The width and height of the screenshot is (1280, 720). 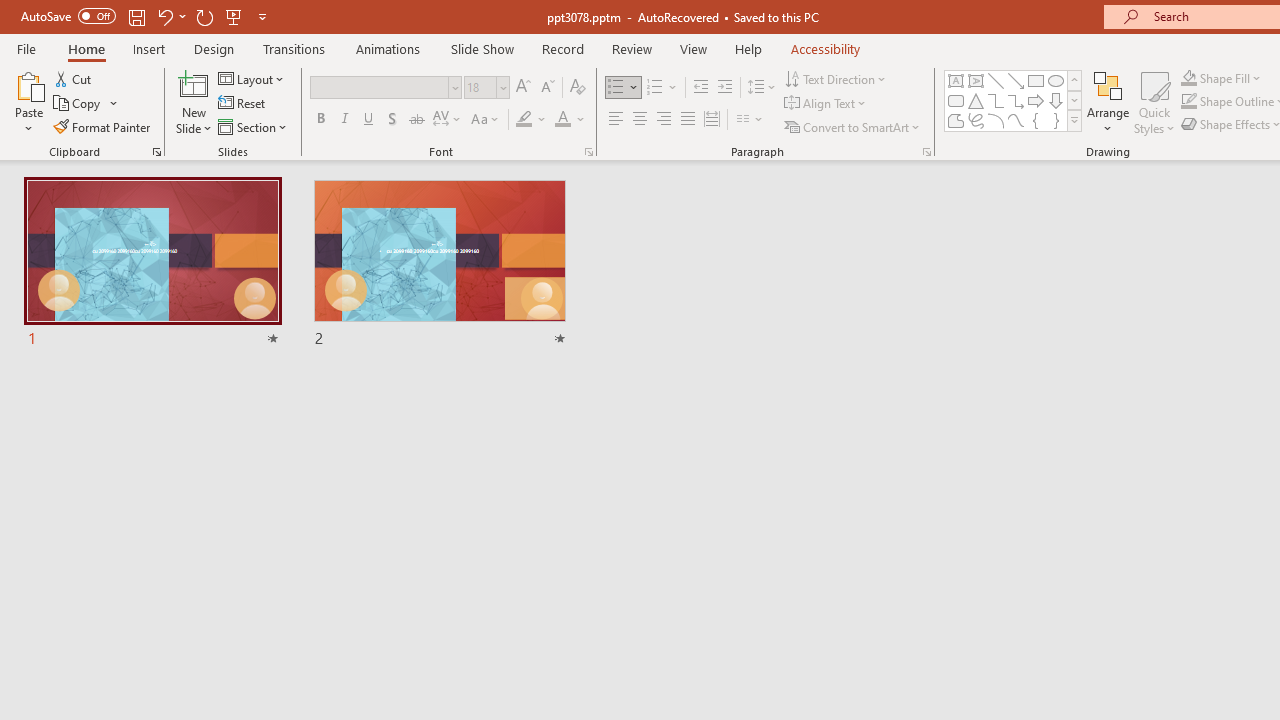 What do you see at coordinates (1055, 100) in the screenshot?
I see `'Arrow: Down'` at bounding box center [1055, 100].